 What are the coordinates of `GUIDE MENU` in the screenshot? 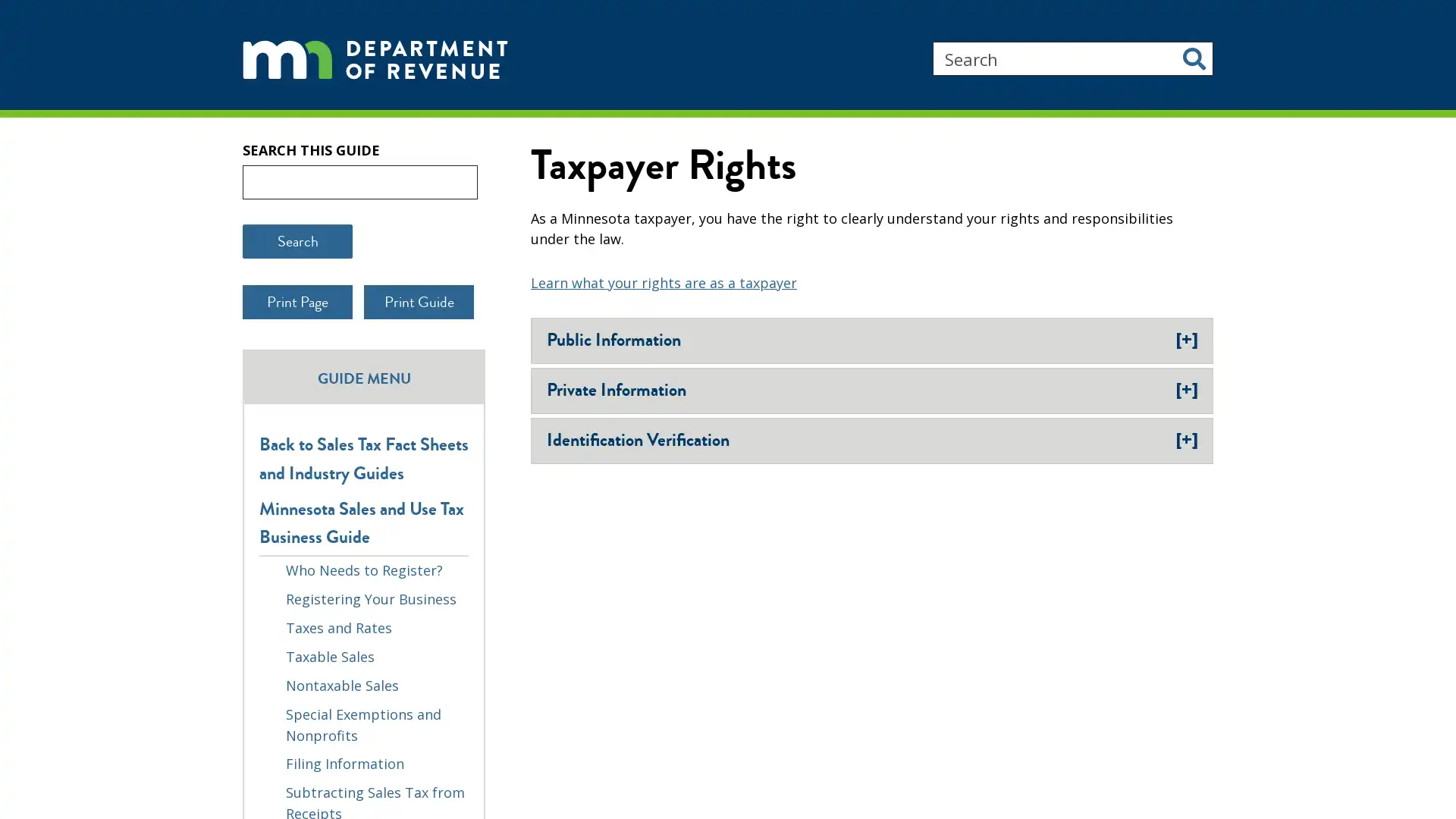 It's located at (364, 447).